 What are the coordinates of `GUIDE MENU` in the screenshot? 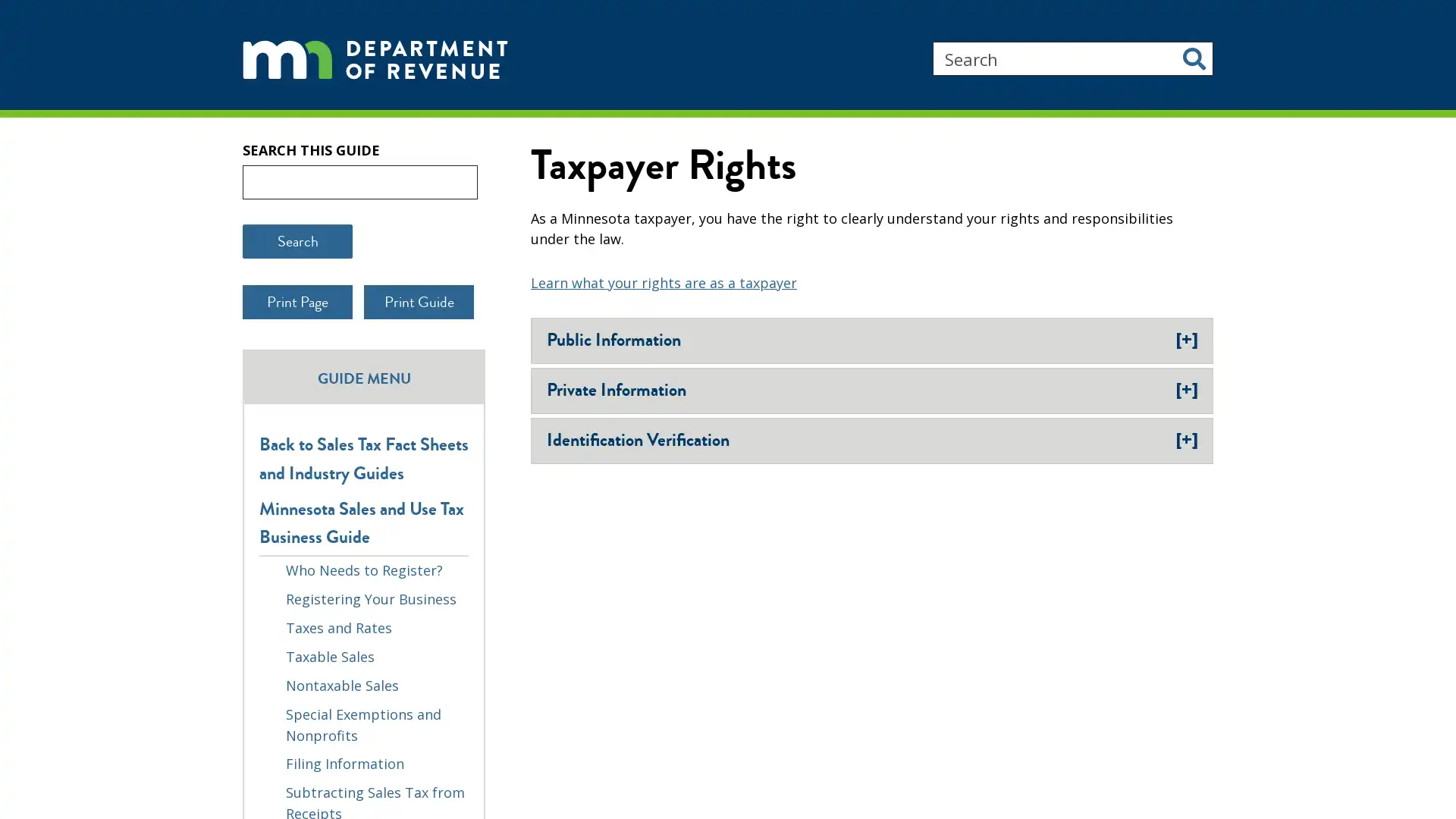 It's located at (364, 447).